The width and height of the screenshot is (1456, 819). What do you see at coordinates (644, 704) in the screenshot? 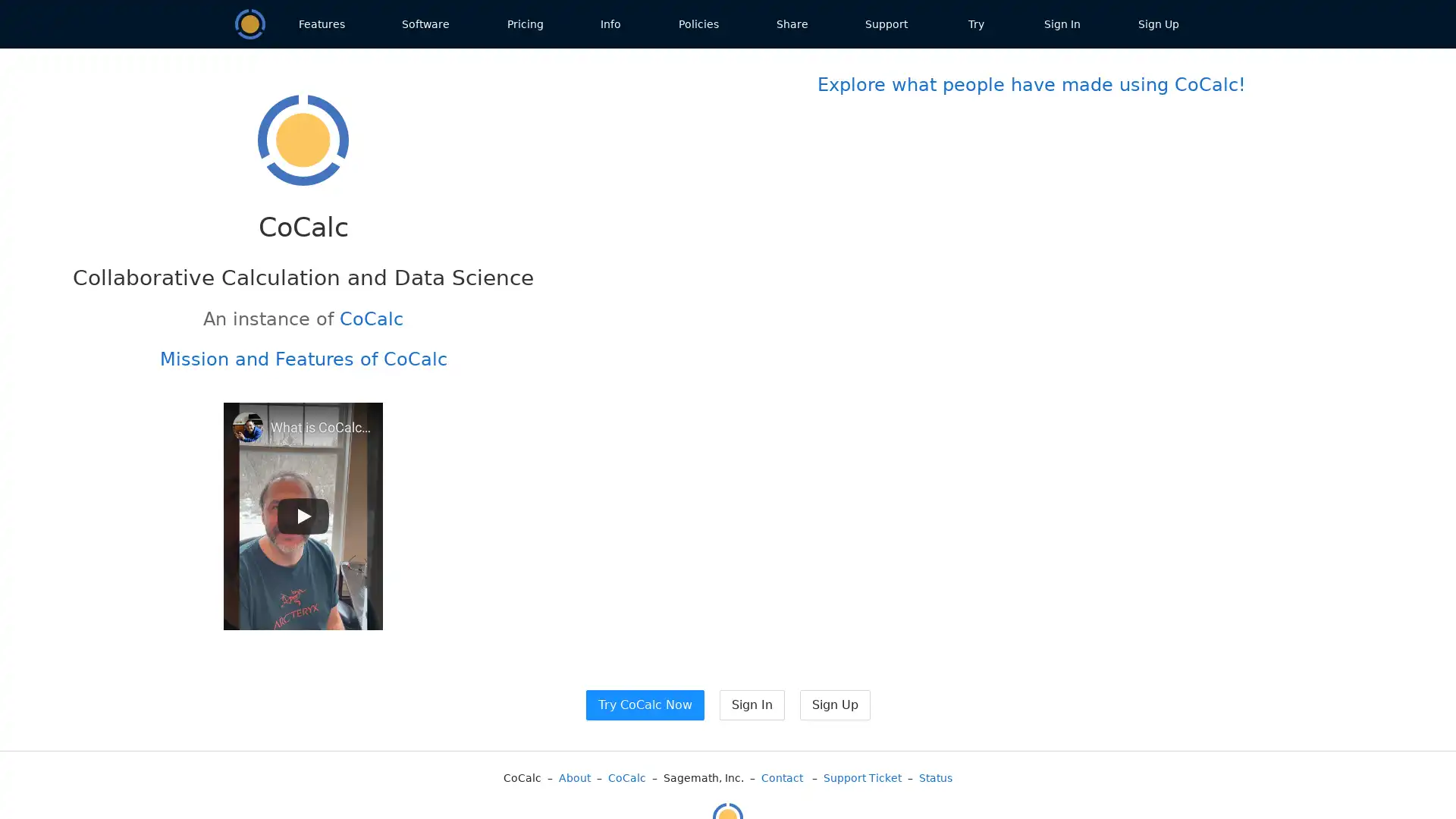
I see `Try CoCalc Now` at bounding box center [644, 704].